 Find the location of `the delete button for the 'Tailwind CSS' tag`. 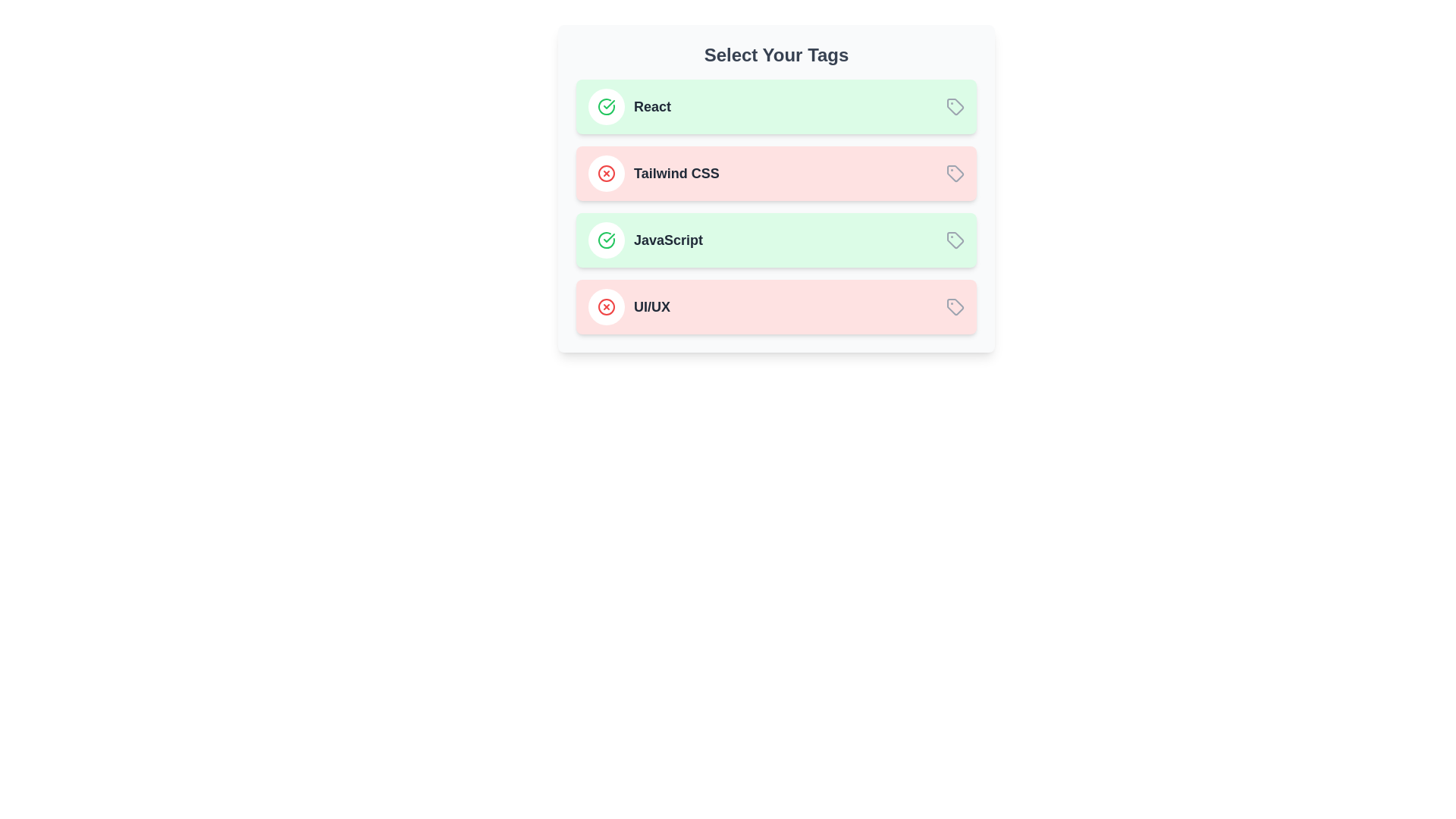

the delete button for the 'Tailwind CSS' tag is located at coordinates (607, 172).